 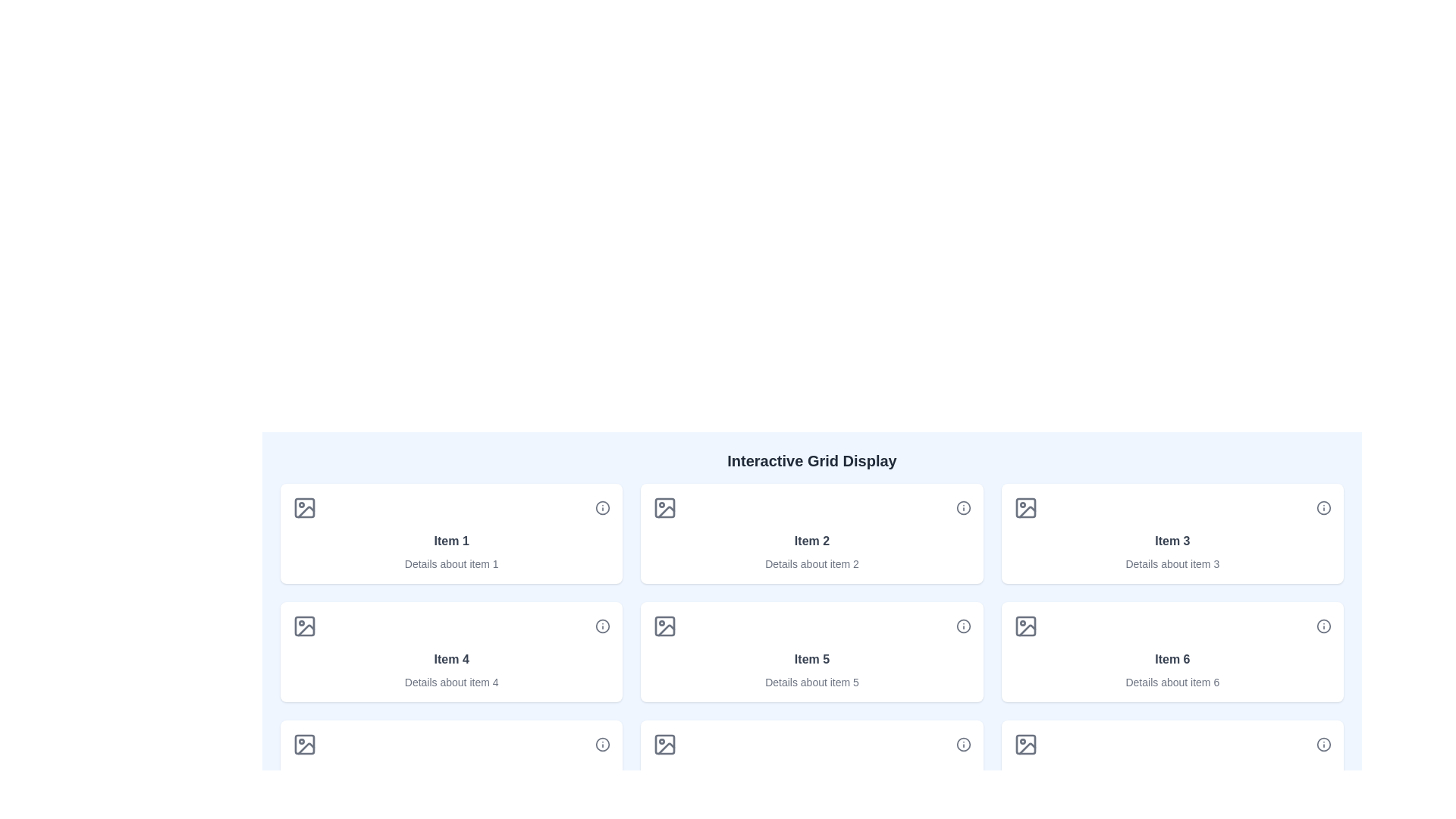 I want to click on the information icon located at the bottom-right corner of the interface, adjacent to 'Item 6', which provides additional details related to 'Item 6', so click(x=962, y=744).